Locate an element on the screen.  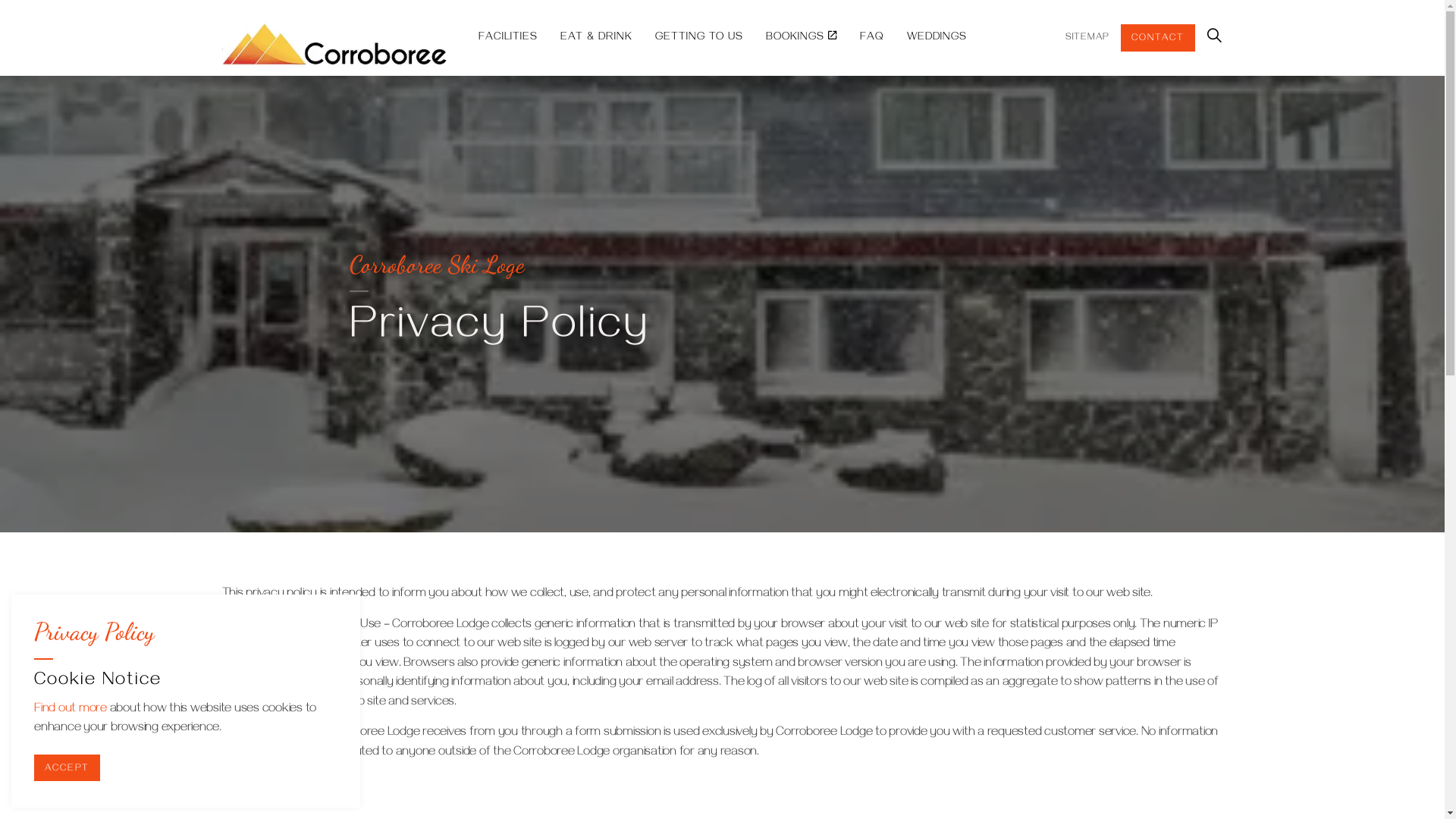
'GETTING TO US' is located at coordinates (643, 37).